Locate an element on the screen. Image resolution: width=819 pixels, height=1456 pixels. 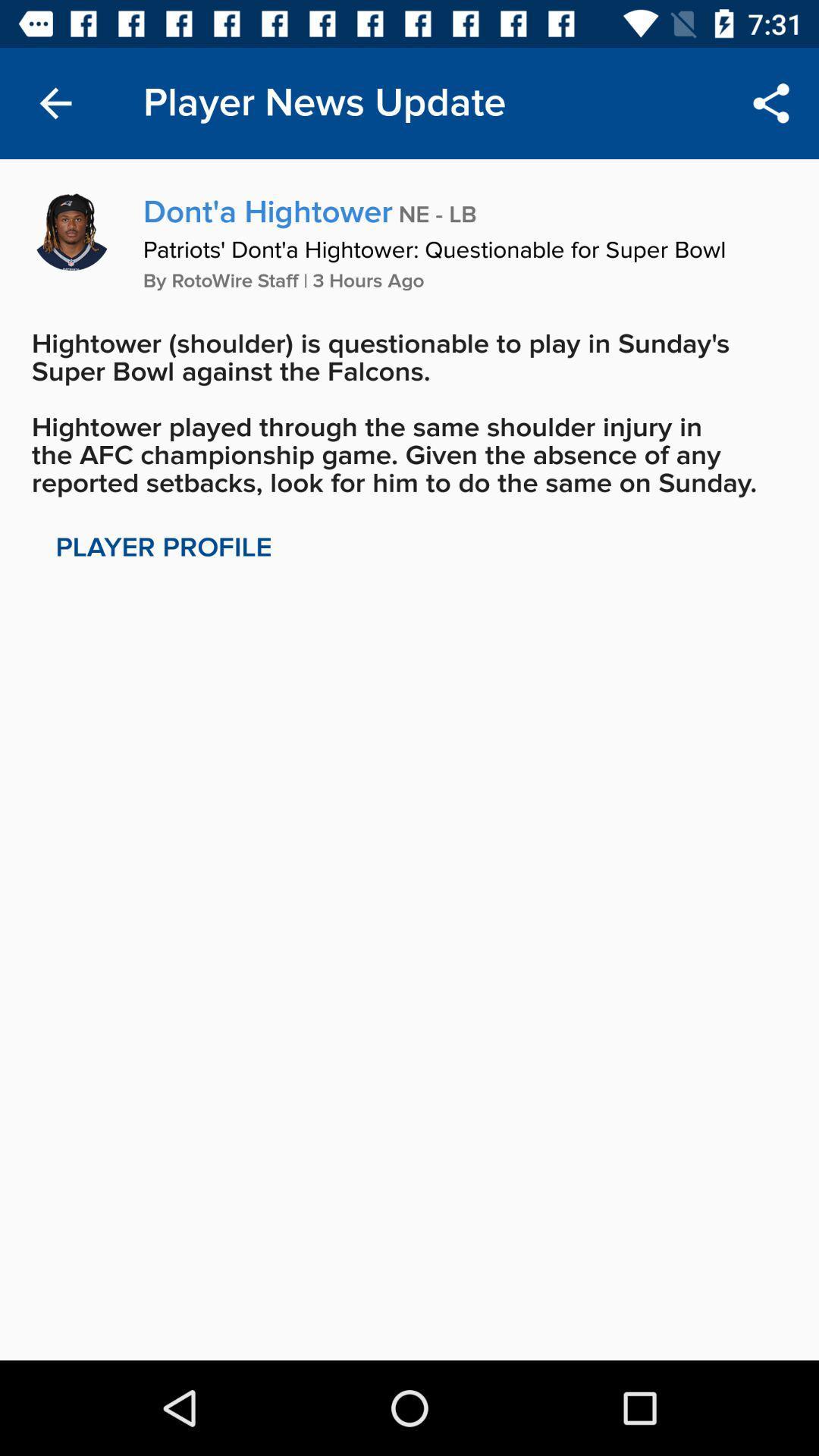
icon below by rotowire staff is located at coordinates (409, 413).